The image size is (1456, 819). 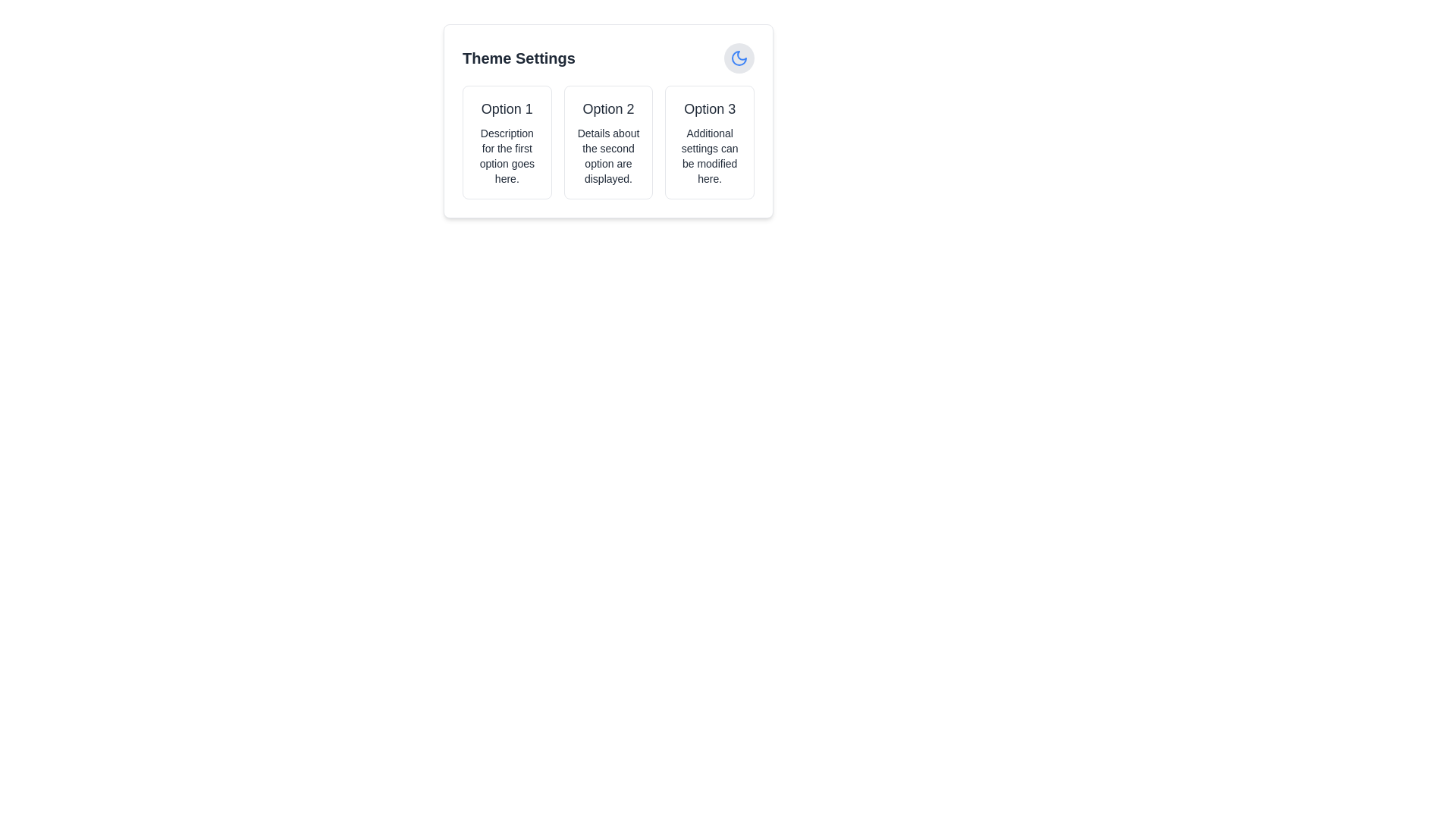 What do you see at coordinates (608, 120) in the screenshot?
I see `the Informational card element that describes the second configuration option in the Theme Settings section` at bounding box center [608, 120].